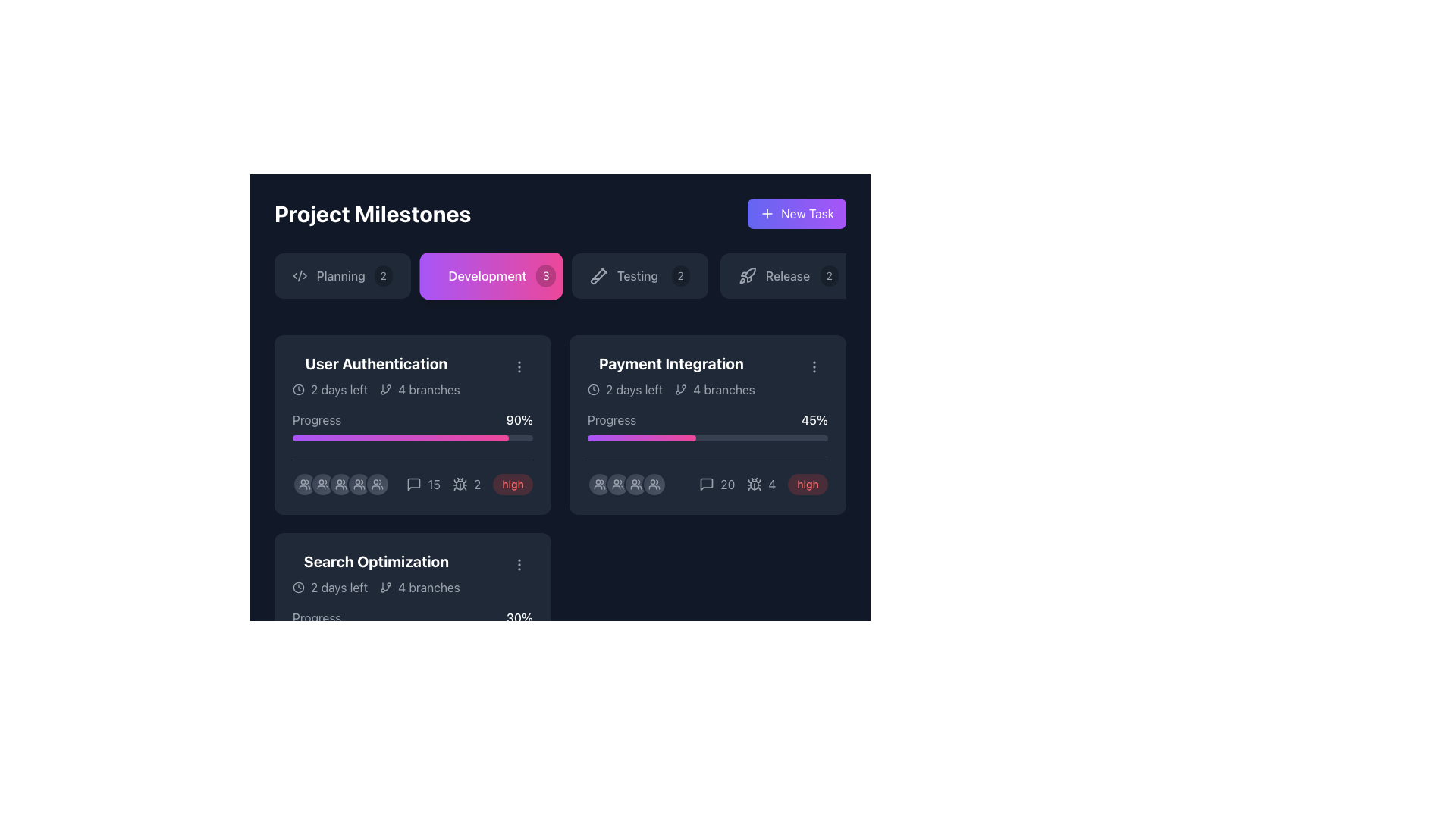 This screenshot has width=1456, height=819. What do you see at coordinates (670, 363) in the screenshot?
I see `the Text Label that identifies the project milestone or task related to 'Payment Integration', located in the top-left section of a card layout under the 'Development' heading` at bounding box center [670, 363].